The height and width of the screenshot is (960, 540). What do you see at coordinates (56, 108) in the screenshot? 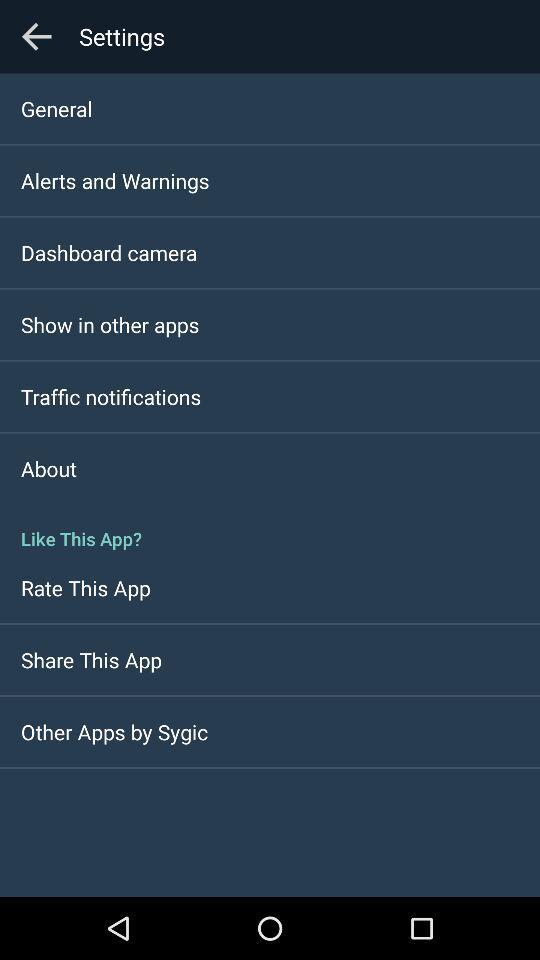
I see `the general` at bounding box center [56, 108].